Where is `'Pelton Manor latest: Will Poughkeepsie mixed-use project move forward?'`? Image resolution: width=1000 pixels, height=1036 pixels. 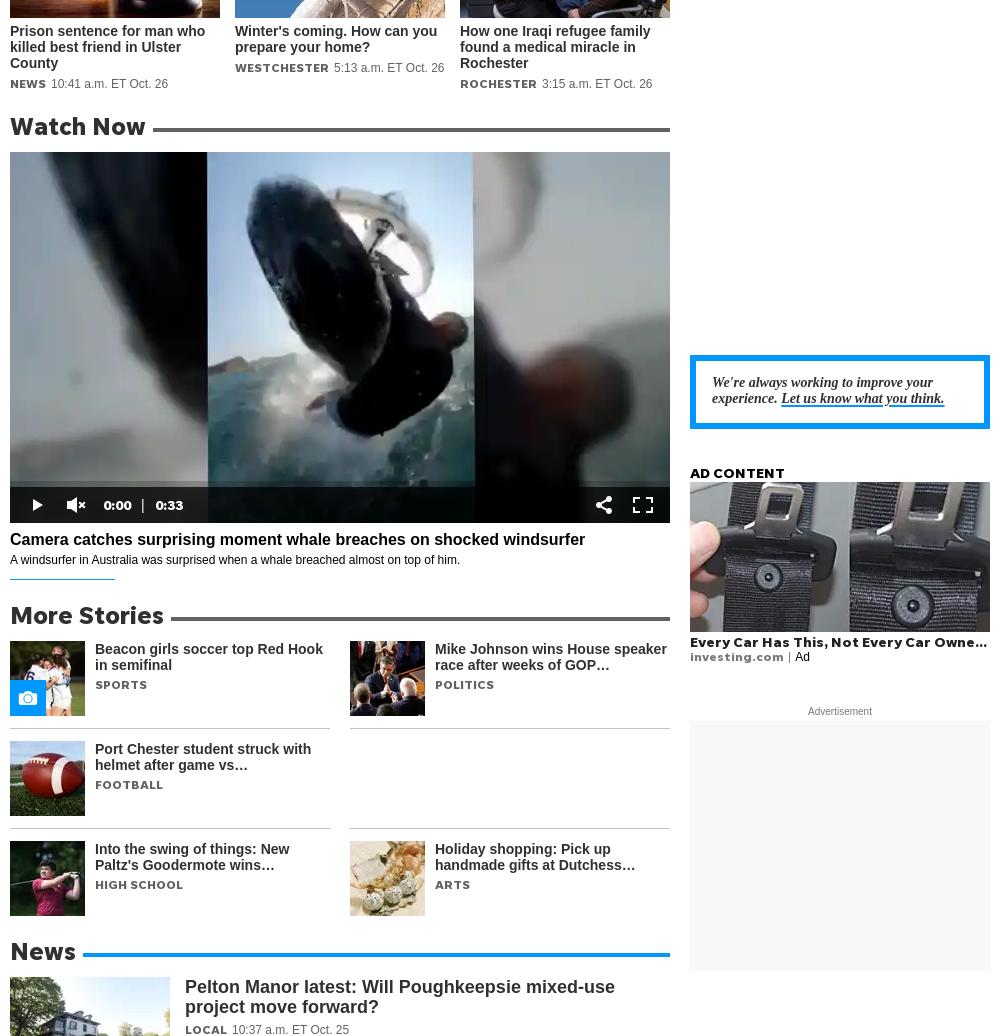 'Pelton Manor latest: Will Poughkeepsie mixed-use project move forward?' is located at coordinates (399, 997).